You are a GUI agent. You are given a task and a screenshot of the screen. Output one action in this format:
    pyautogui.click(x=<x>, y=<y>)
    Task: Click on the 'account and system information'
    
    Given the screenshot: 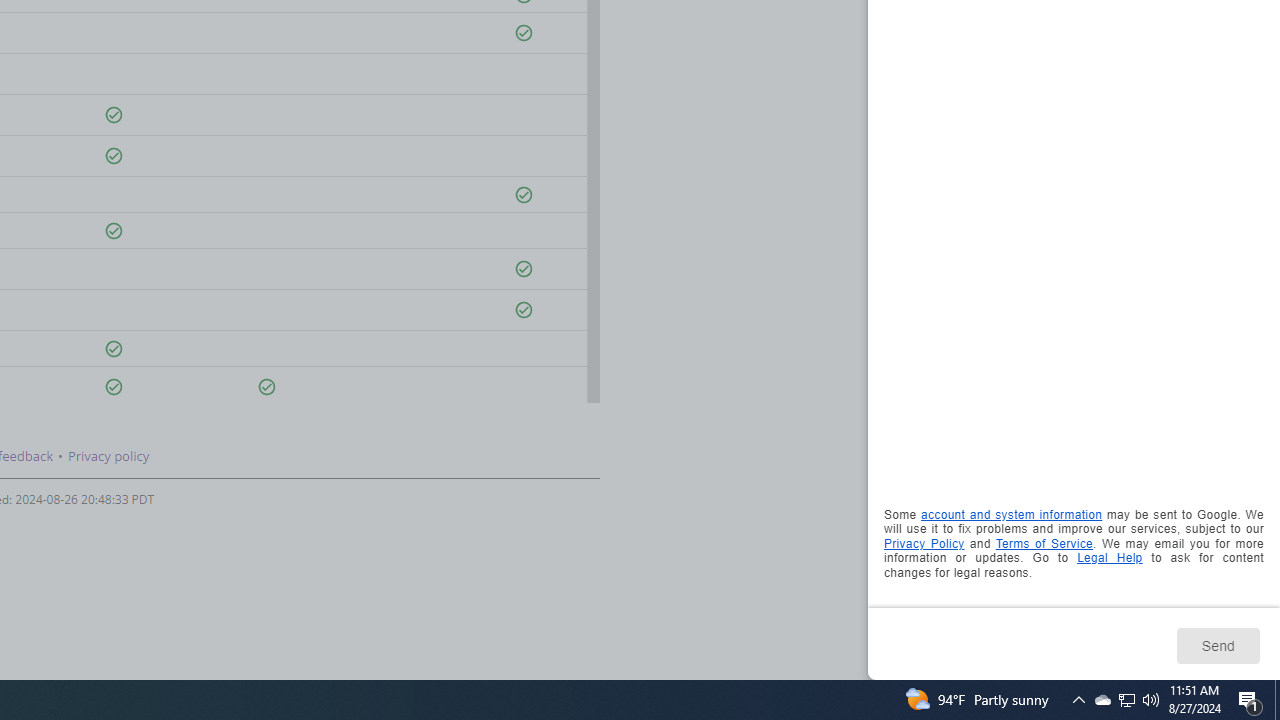 What is the action you would take?
    pyautogui.click(x=1012, y=514)
    